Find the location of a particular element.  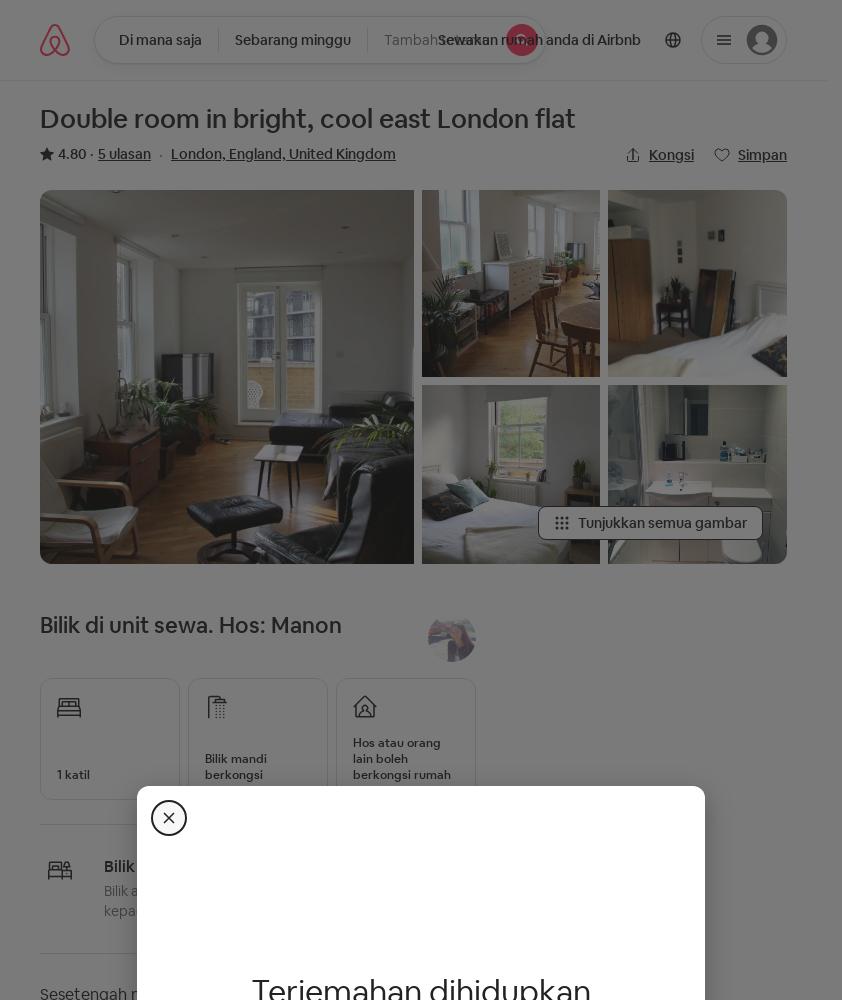

'Double room in bright, cool east London flat' is located at coordinates (308, 118).